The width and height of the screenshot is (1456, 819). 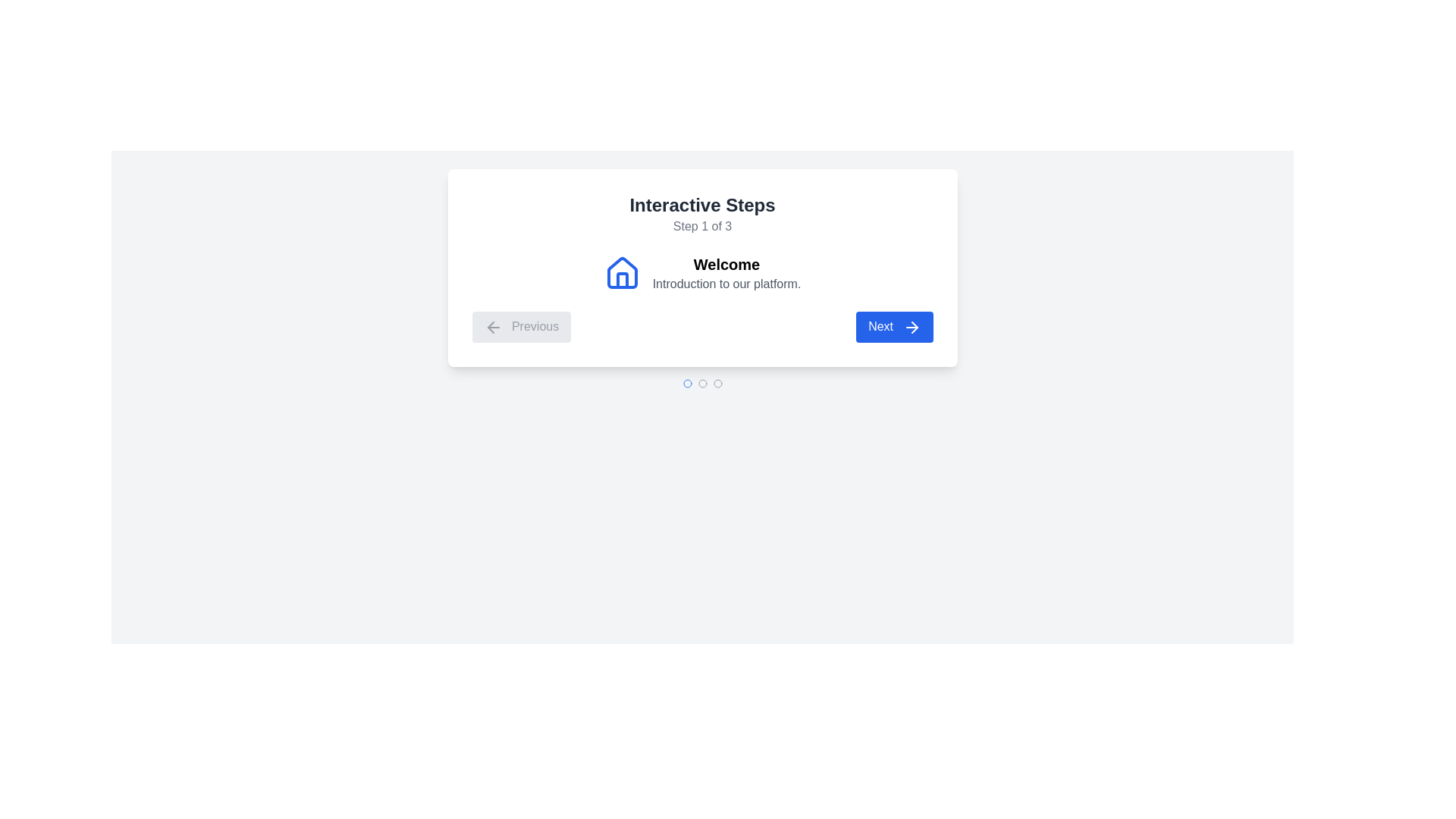 I want to click on the static text label displayed as a title, which indicates the current interface stage with the texts 'Interactive Steps' and 'Step 1 of 3', so click(x=701, y=205).